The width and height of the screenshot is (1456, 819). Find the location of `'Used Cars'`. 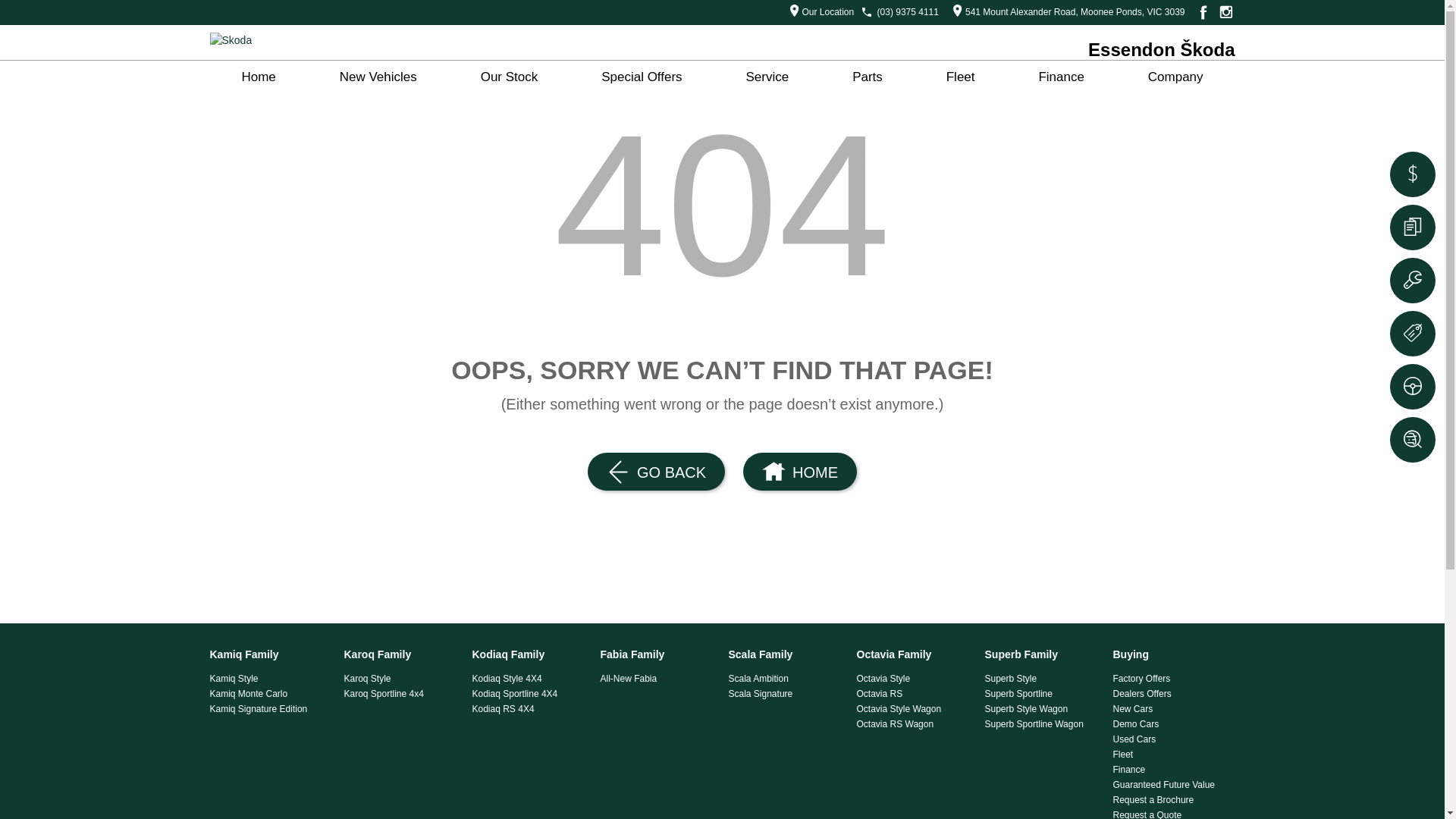

'Used Cars' is located at coordinates (1113, 739).